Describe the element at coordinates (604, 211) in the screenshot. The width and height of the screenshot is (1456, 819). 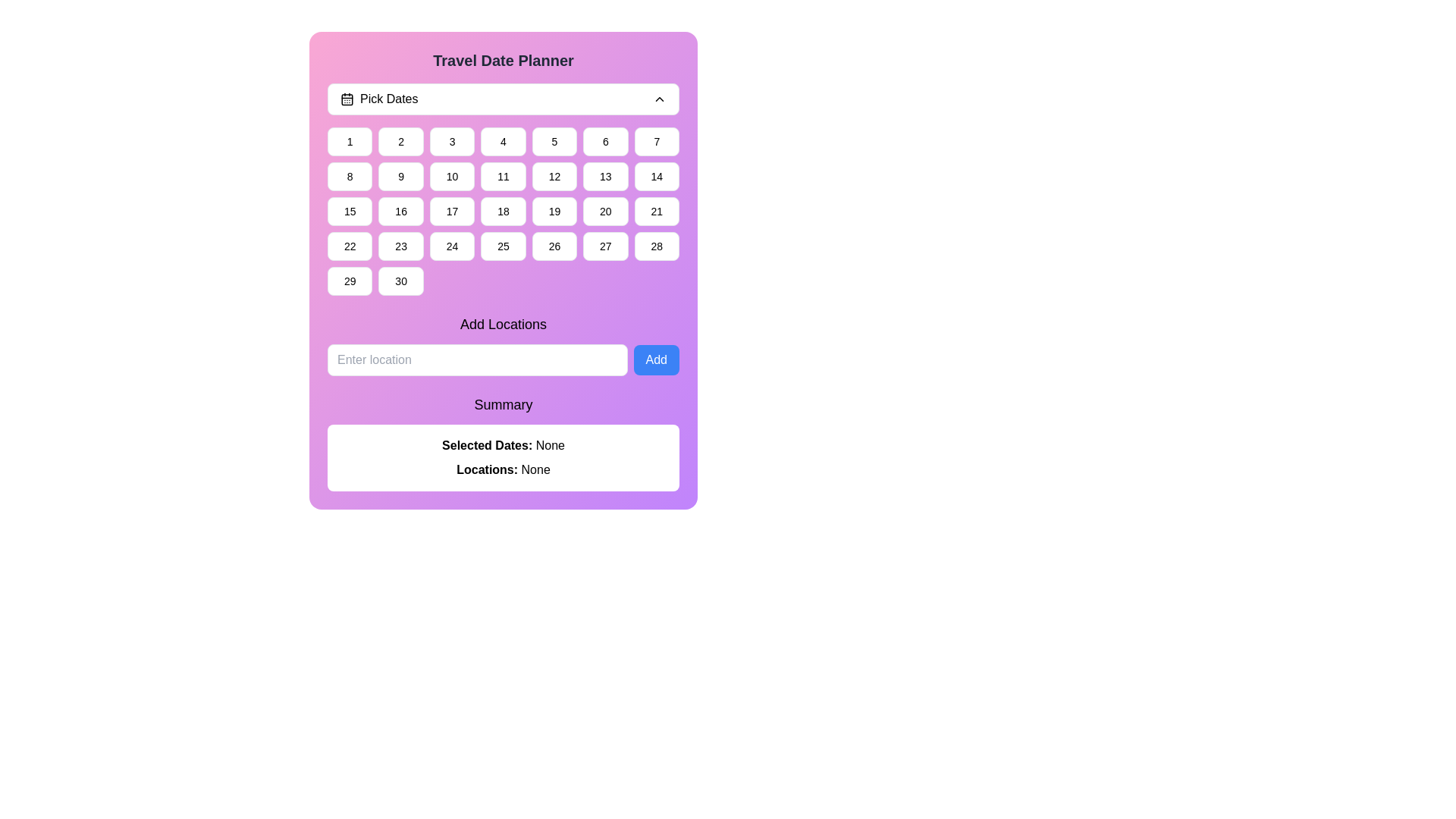
I see `the button representing a selectable date in the third row, third column of the calendar interface` at that location.